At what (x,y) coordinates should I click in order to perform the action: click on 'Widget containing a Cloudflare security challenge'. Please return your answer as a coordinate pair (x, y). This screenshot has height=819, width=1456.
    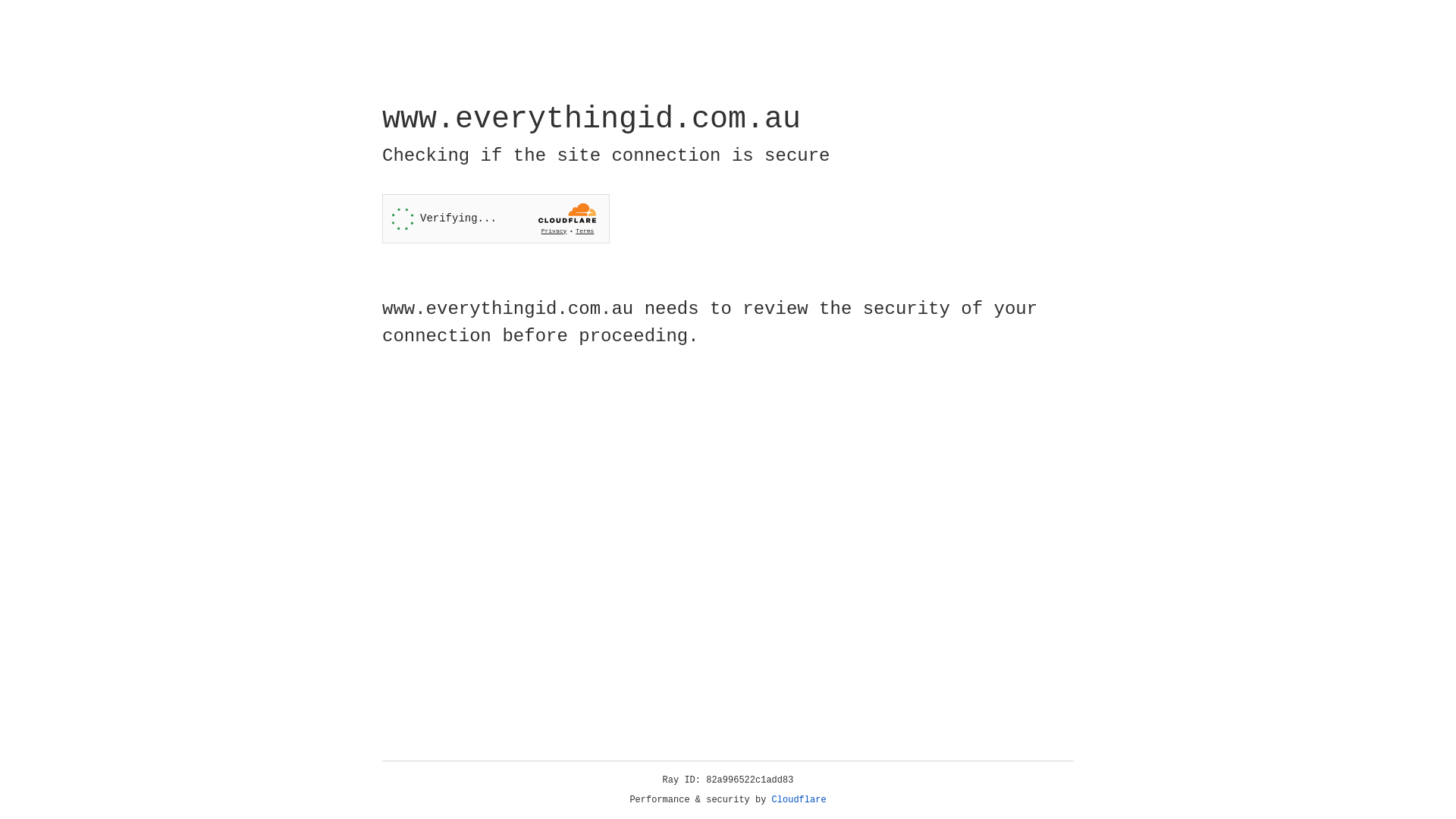
    Looking at the image, I should click on (495, 218).